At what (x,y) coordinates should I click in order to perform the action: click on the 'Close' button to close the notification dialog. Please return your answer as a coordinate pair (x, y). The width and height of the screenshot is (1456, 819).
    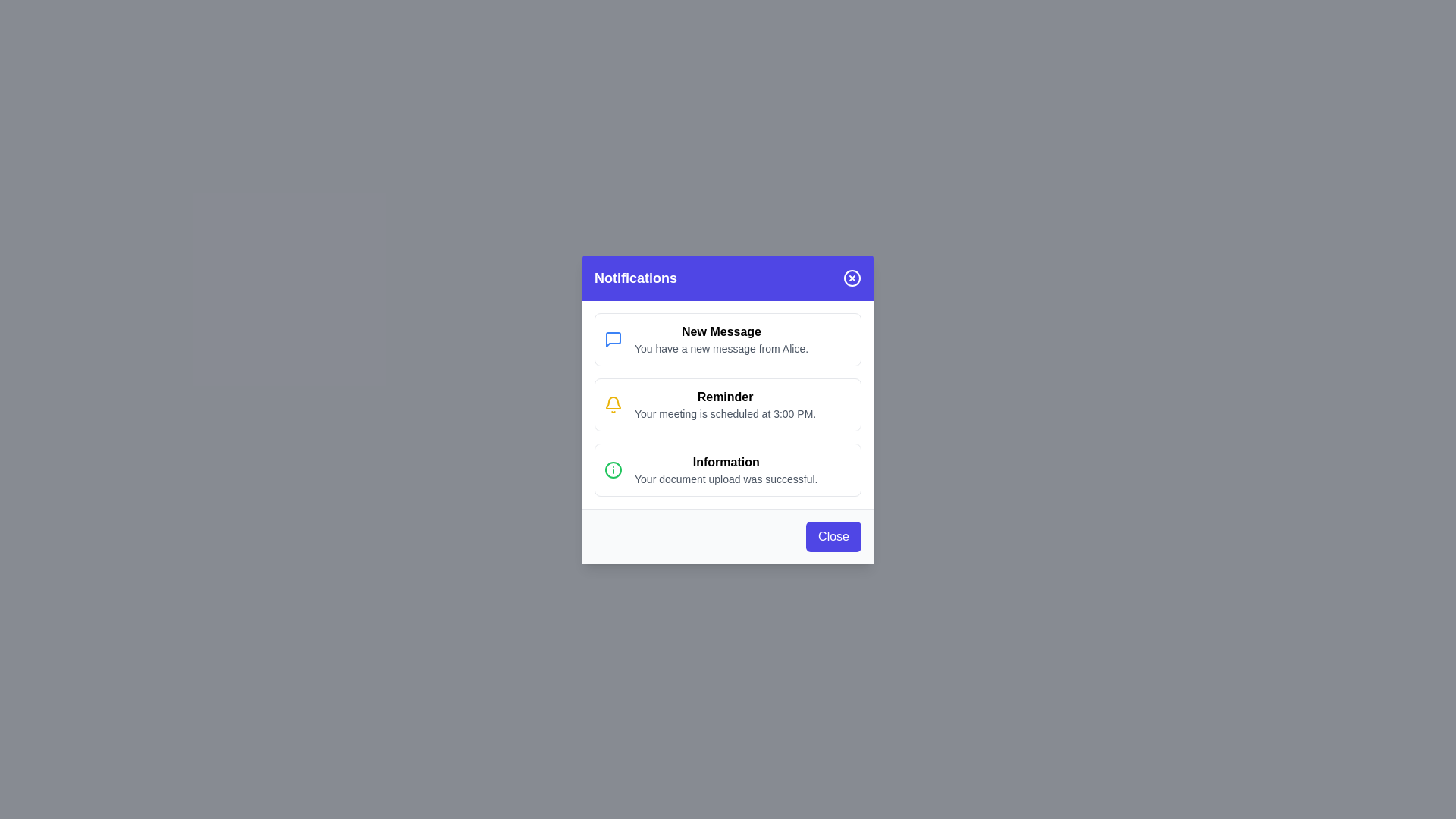
    Looking at the image, I should click on (833, 535).